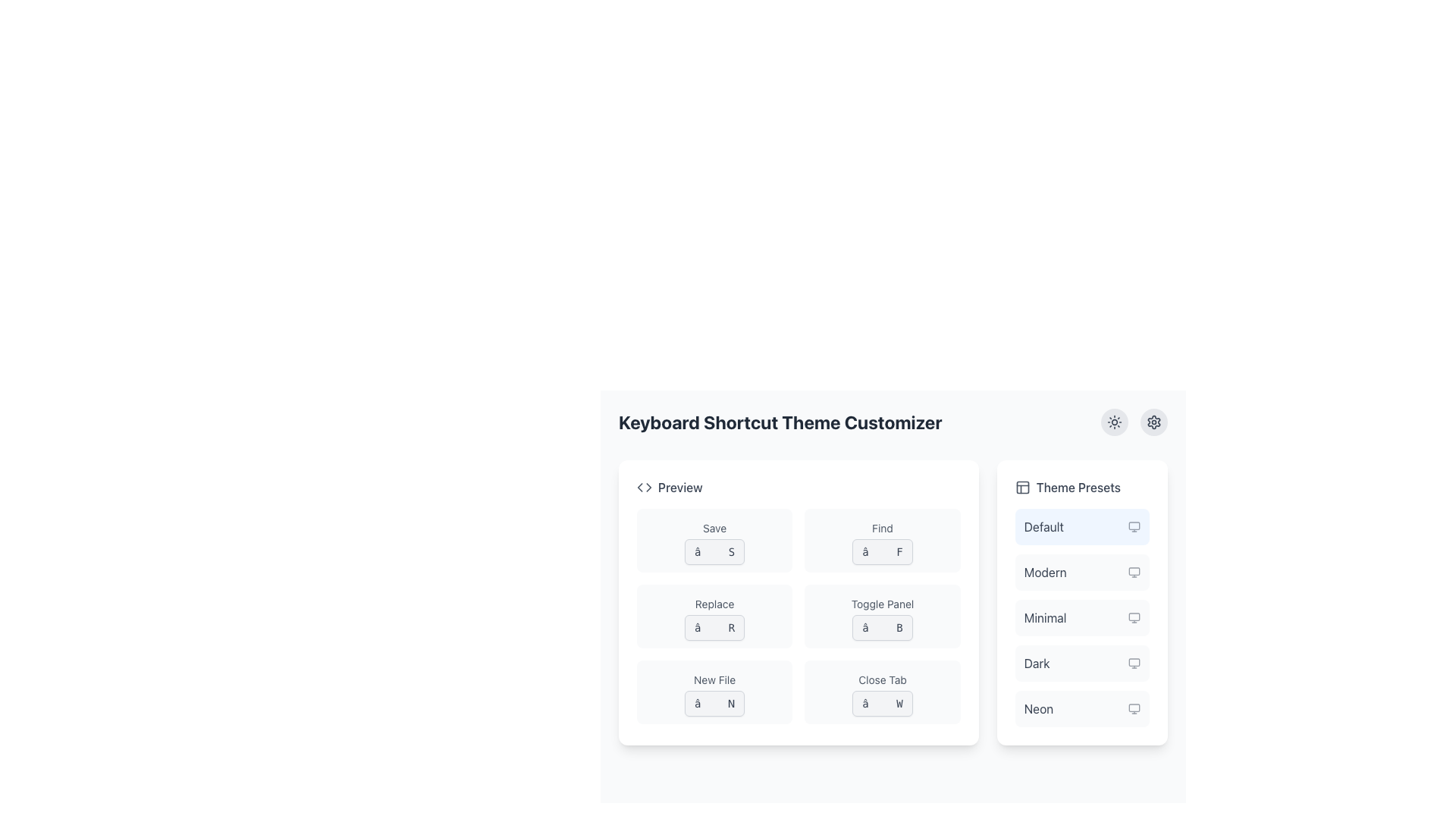 The image size is (1456, 819). I want to click on the 'Find ⌘ F' shortcut label, which is the second element in the first row of the grid layout of shortcut labels, located to the right of 'Save ⌘ S' and above 'Replace ⌘ R', so click(882, 540).